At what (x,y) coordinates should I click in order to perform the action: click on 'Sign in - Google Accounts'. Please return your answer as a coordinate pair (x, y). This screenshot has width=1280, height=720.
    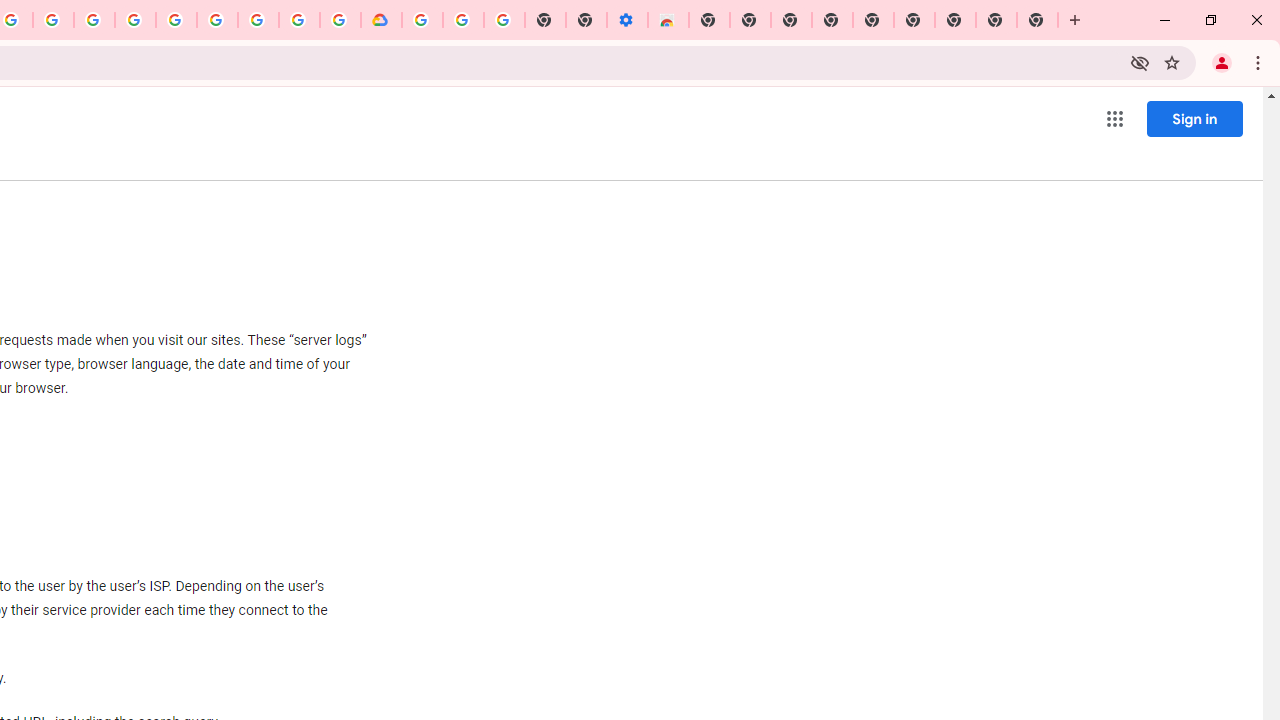
    Looking at the image, I should click on (421, 20).